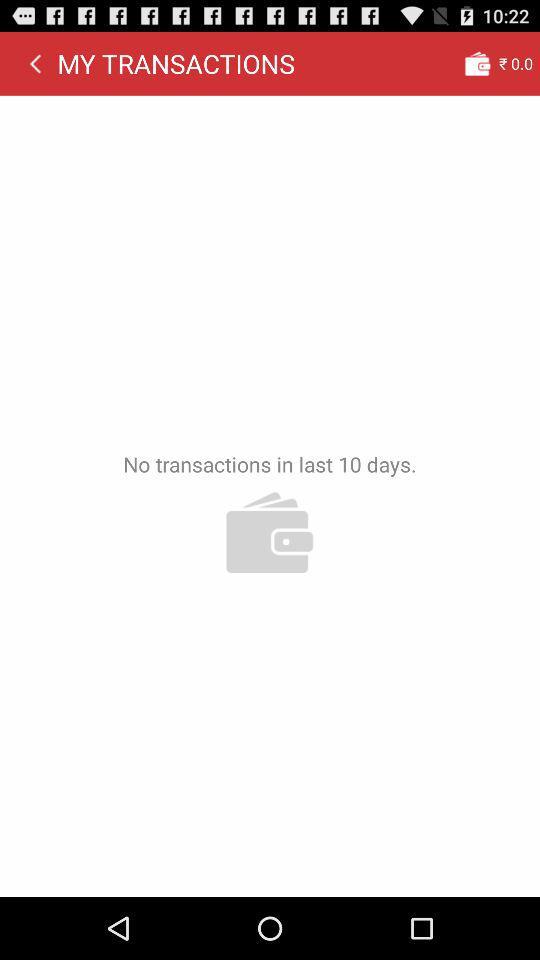 The width and height of the screenshot is (540, 960). I want to click on click transaction option, so click(476, 63).